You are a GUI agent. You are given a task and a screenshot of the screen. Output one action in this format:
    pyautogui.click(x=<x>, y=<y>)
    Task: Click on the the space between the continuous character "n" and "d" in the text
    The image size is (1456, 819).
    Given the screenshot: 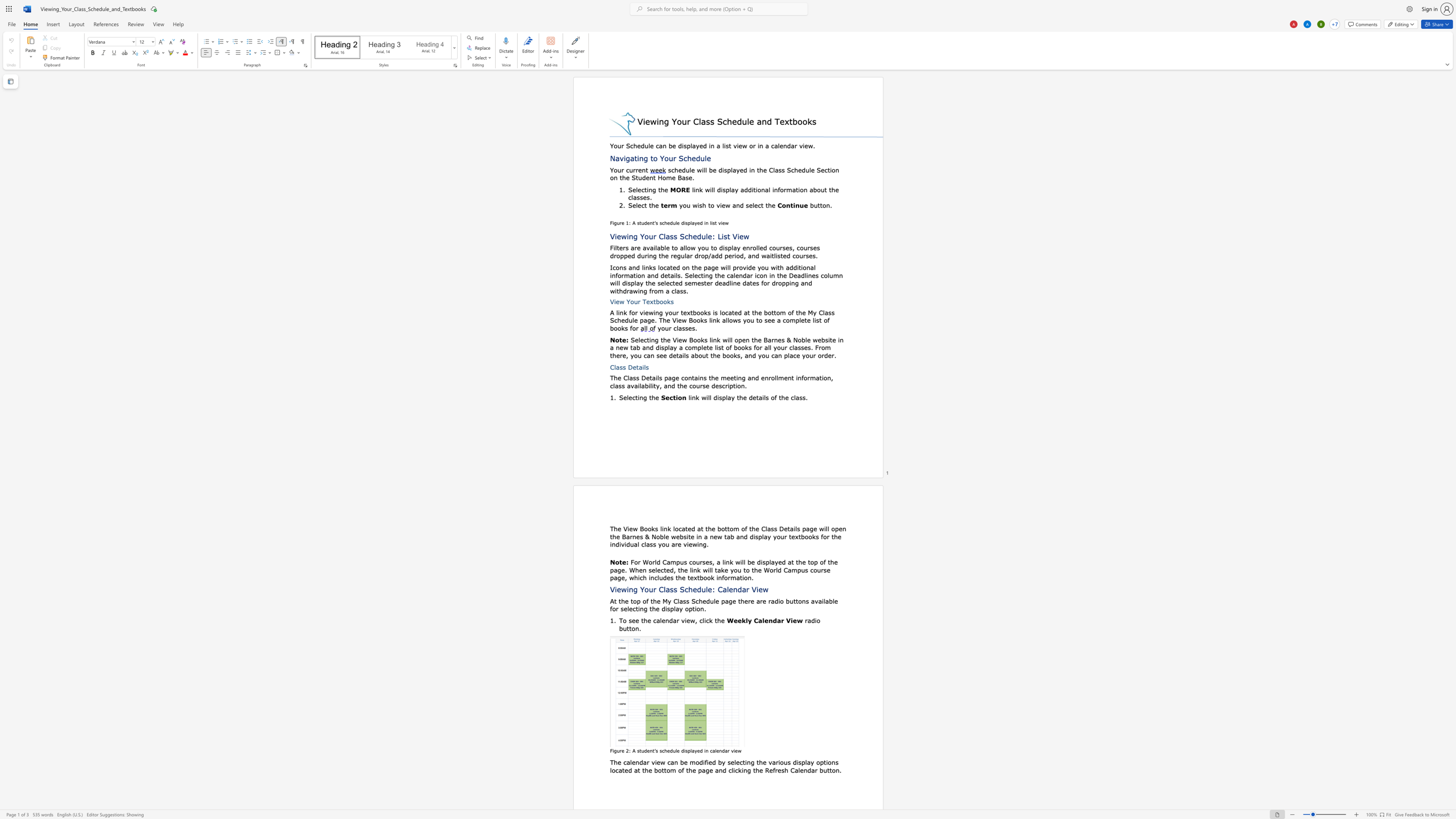 What is the action you would take?
    pyautogui.click(x=639, y=762)
    